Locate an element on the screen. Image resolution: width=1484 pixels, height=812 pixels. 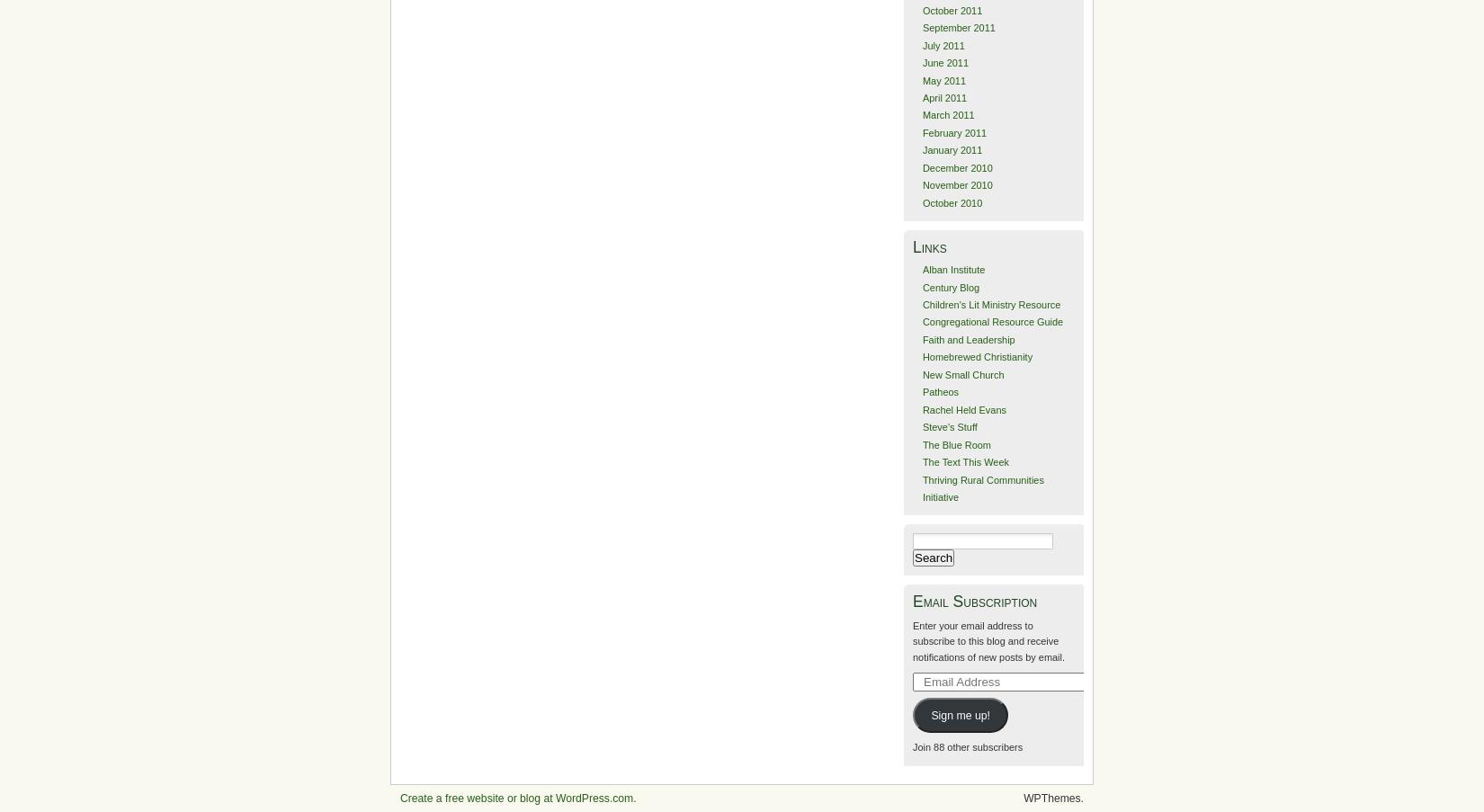
'October 2011' is located at coordinates (952, 9).